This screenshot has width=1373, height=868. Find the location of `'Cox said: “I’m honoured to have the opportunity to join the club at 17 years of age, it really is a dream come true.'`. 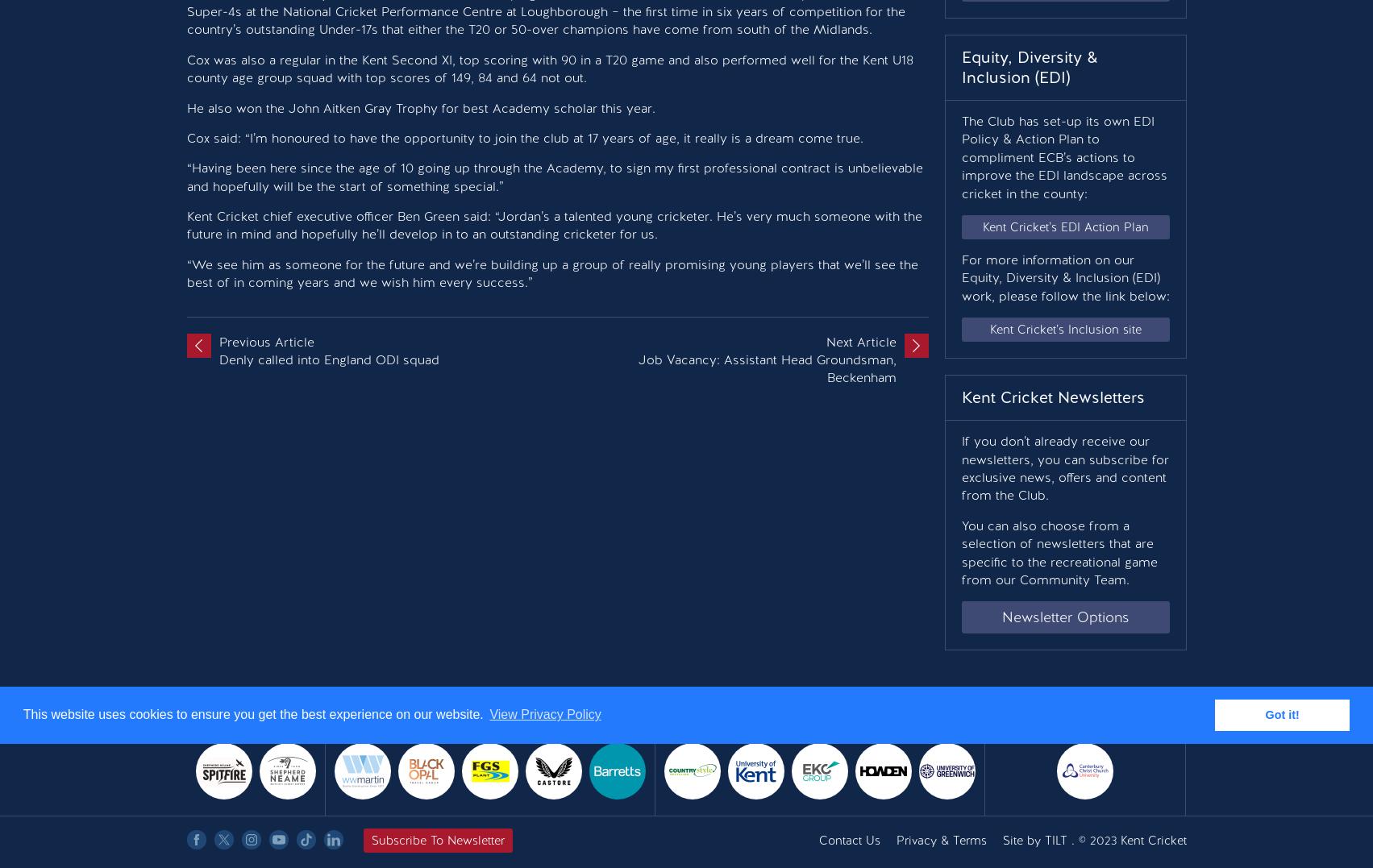

'Cox said: “I’m honoured to have the opportunity to join the club at 17 years of age, it really is a dream come true.' is located at coordinates (523, 136).